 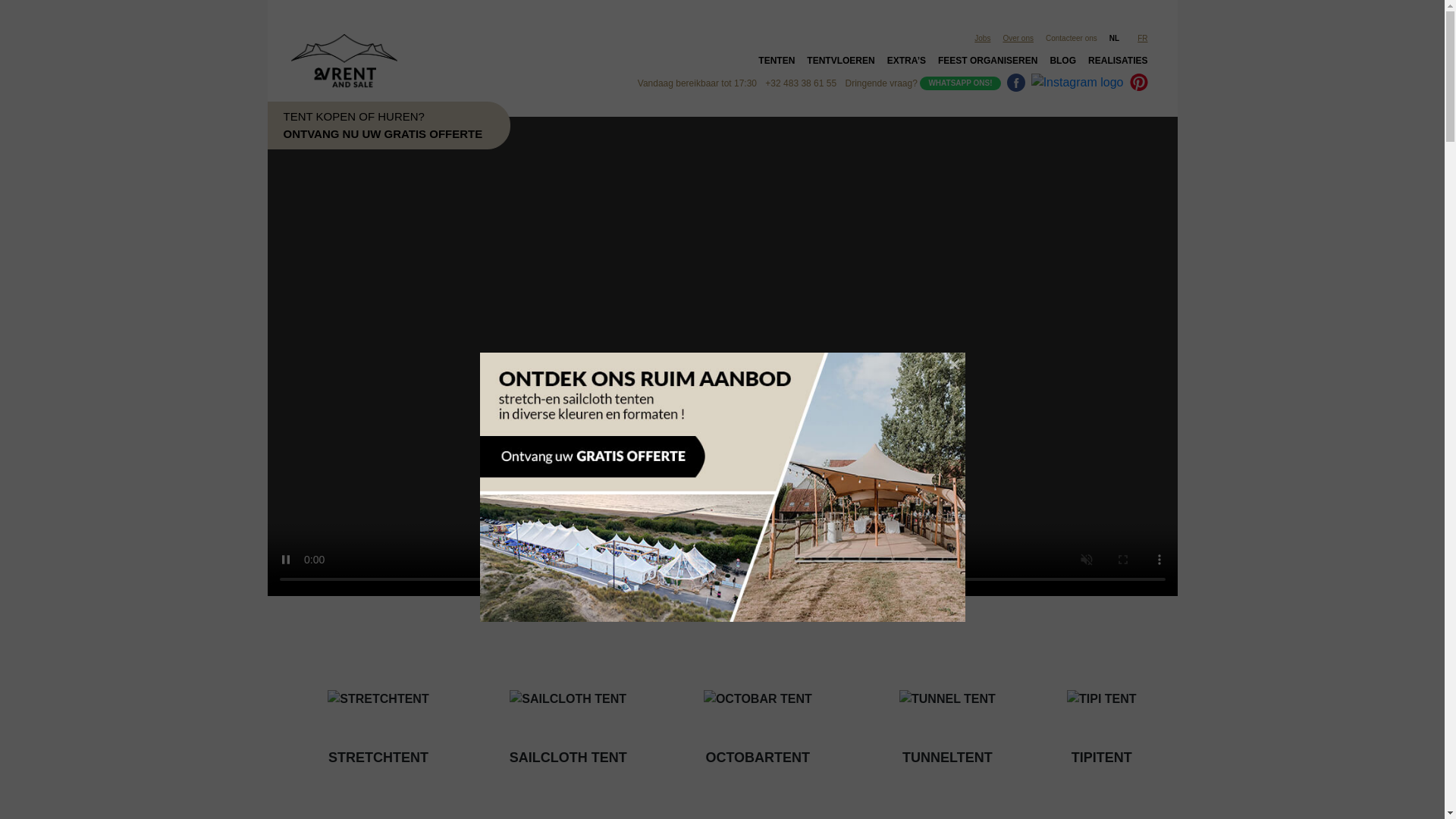 I want to click on 'WHATSAPP ONS!', so click(x=959, y=83).